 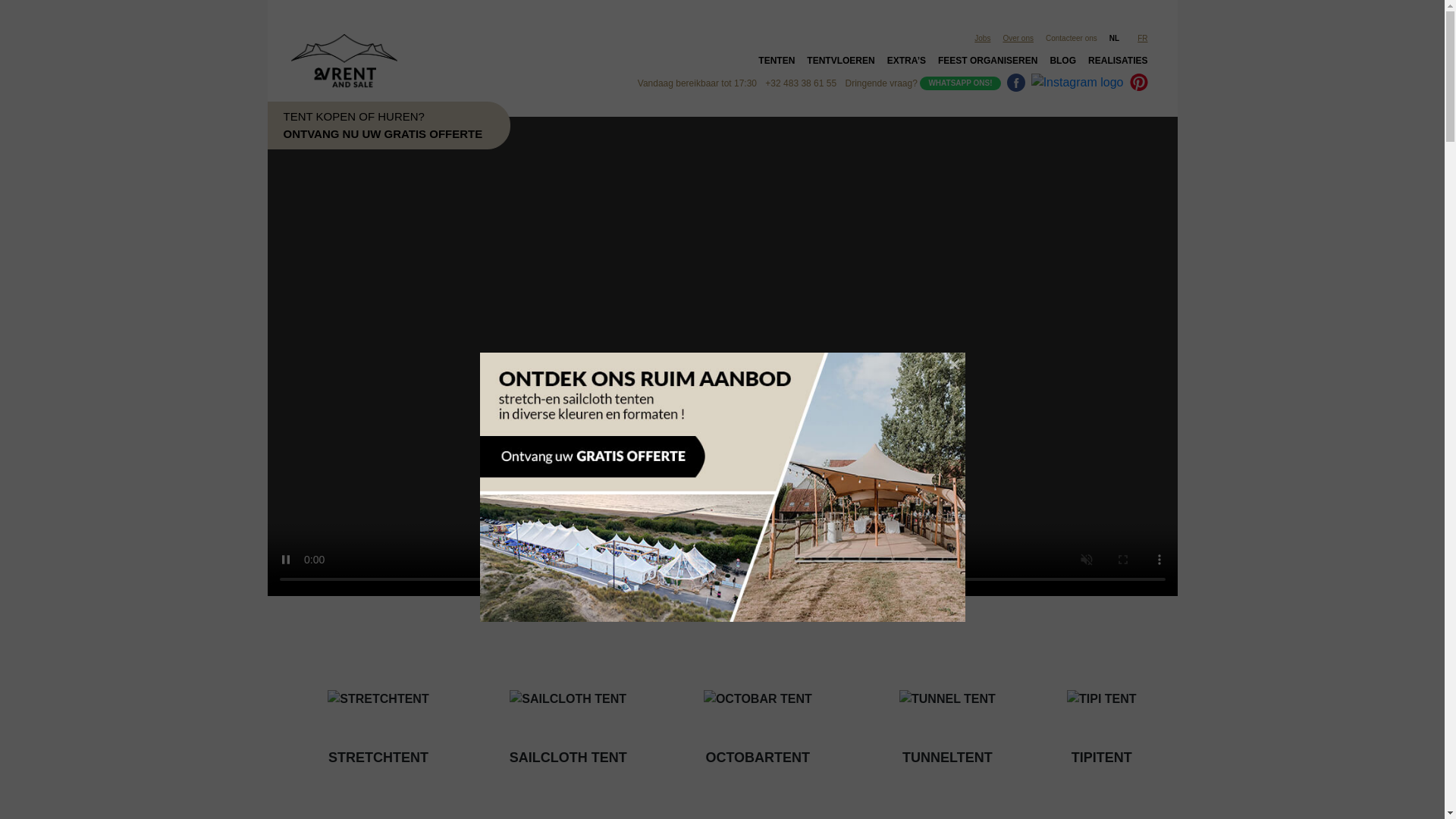 I want to click on 'WHATSAPP ONS!', so click(x=959, y=83).